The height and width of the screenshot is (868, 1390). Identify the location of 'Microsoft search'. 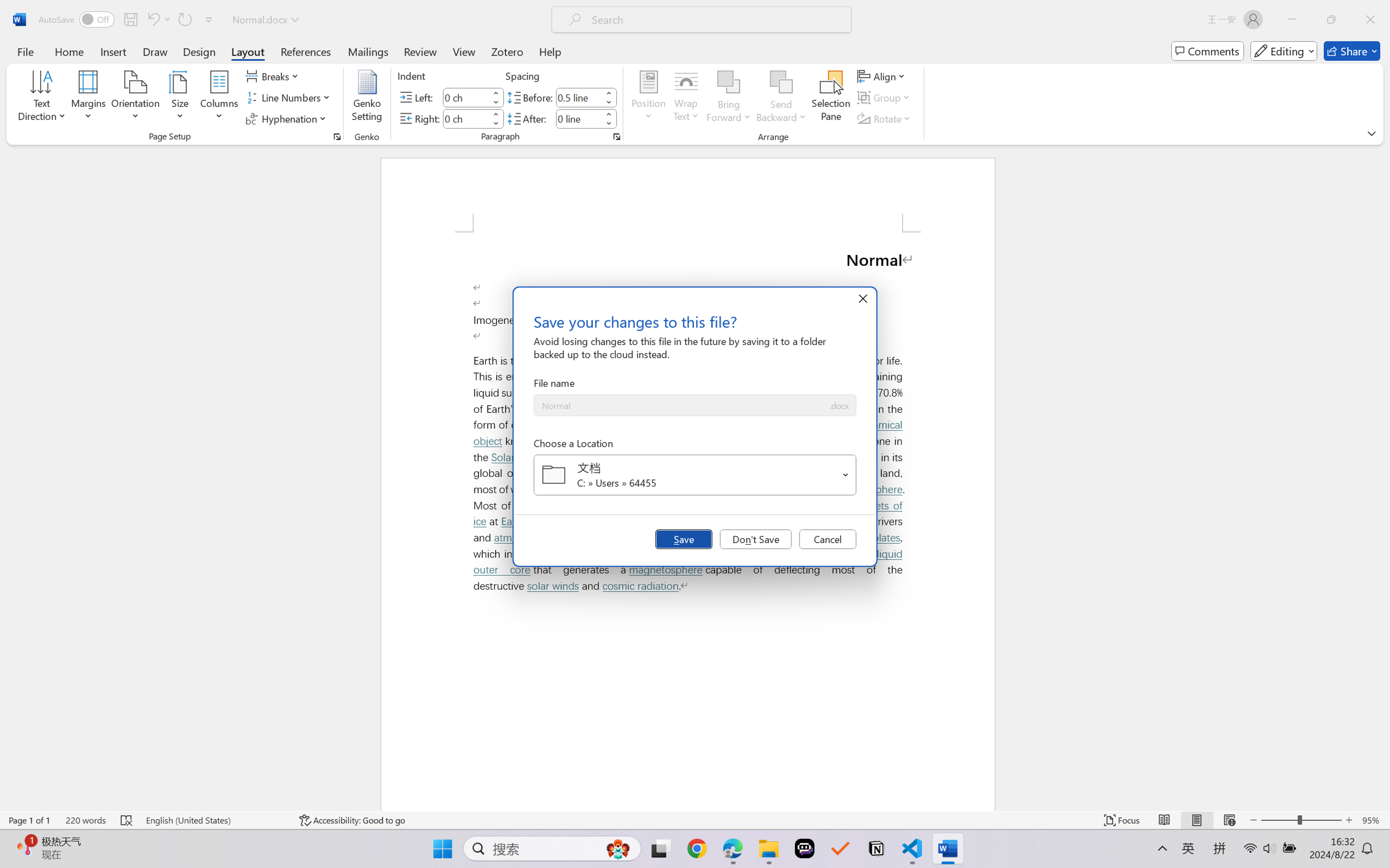
(716, 19).